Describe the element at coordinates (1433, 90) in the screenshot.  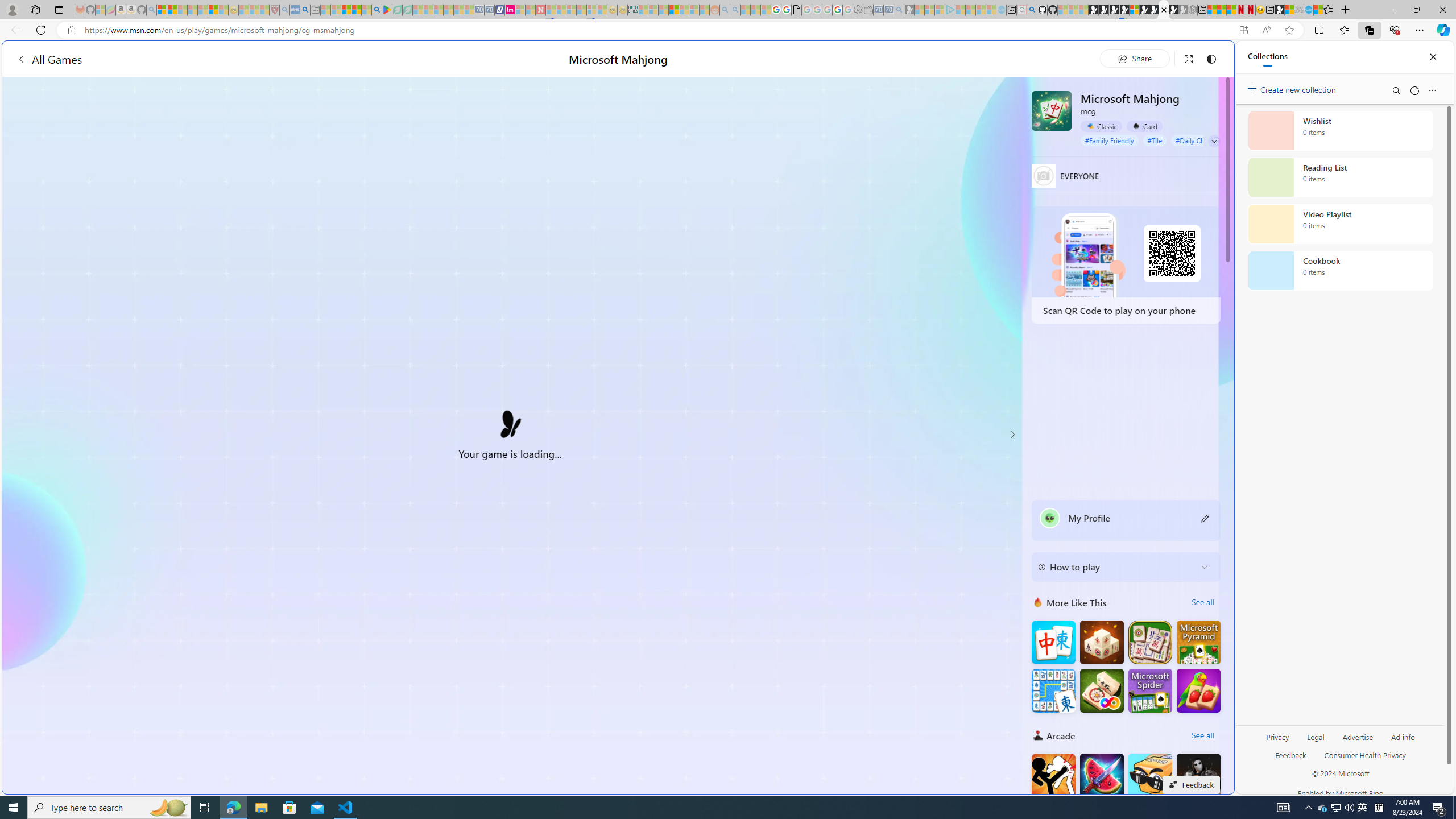
I see `'More options menu'` at that location.